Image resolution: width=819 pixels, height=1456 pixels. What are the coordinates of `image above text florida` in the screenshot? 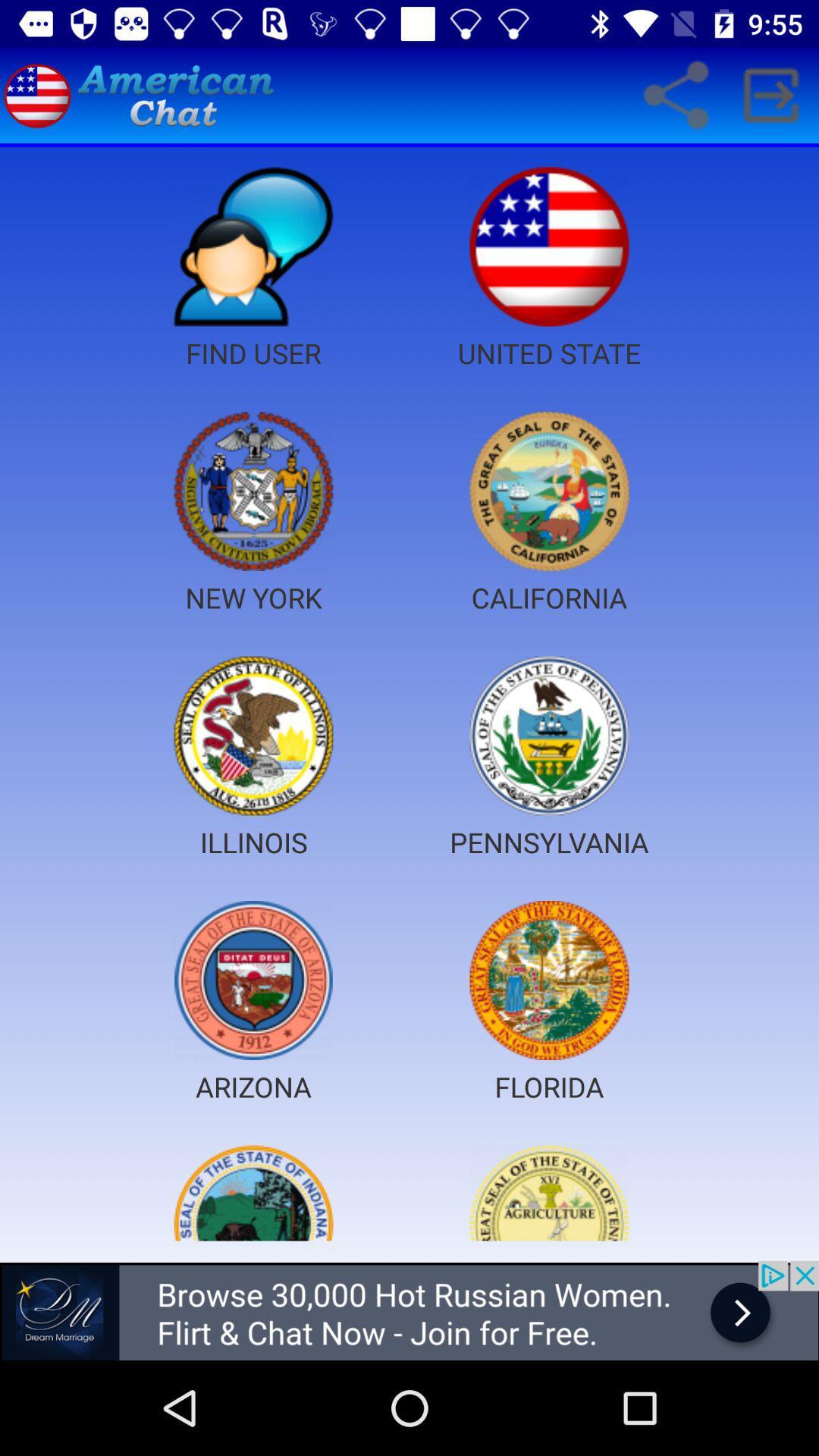 It's located at (549, 980).